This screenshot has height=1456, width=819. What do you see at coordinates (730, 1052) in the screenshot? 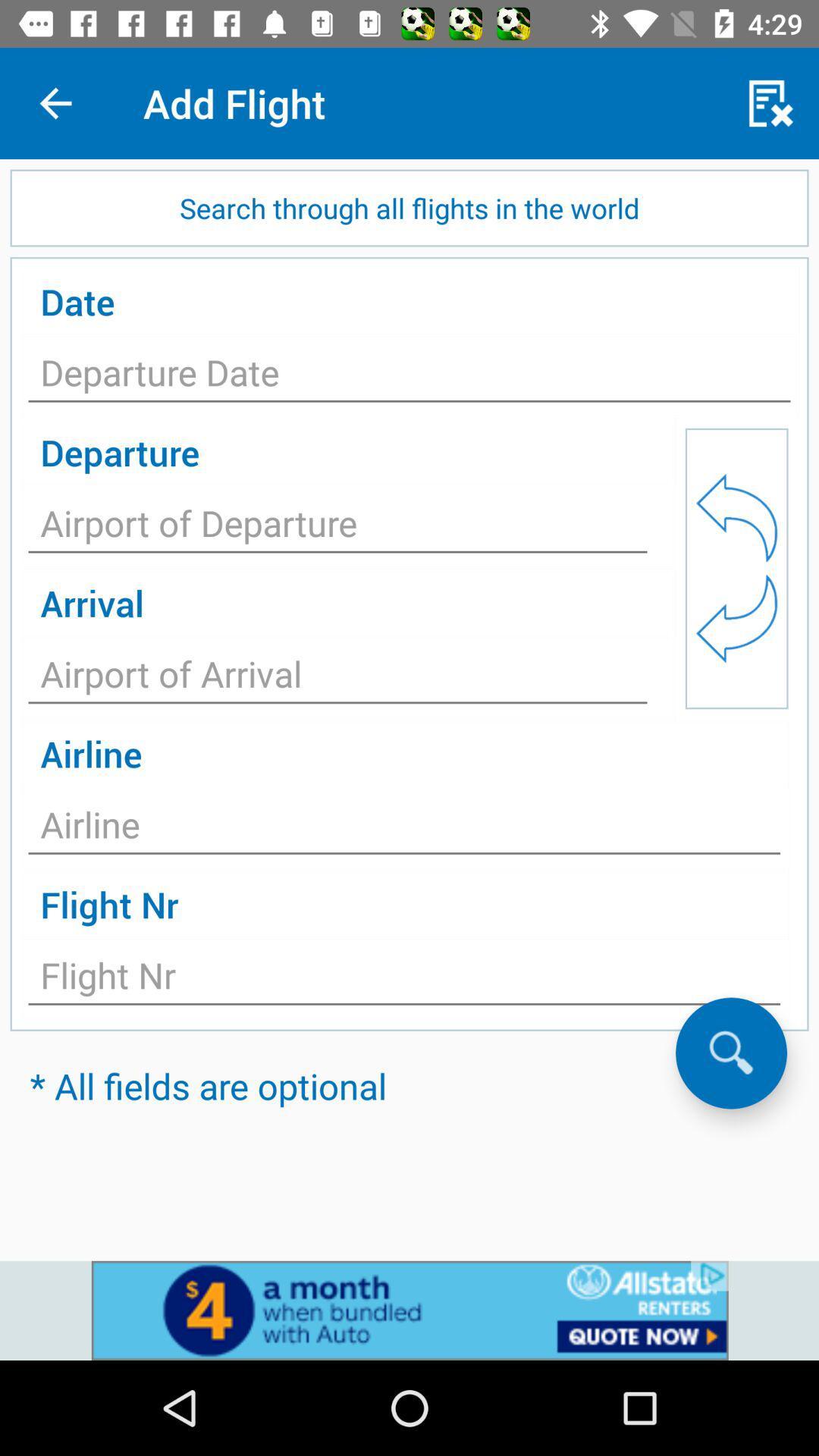
I see `search function` at bounding box center [730, 1052].